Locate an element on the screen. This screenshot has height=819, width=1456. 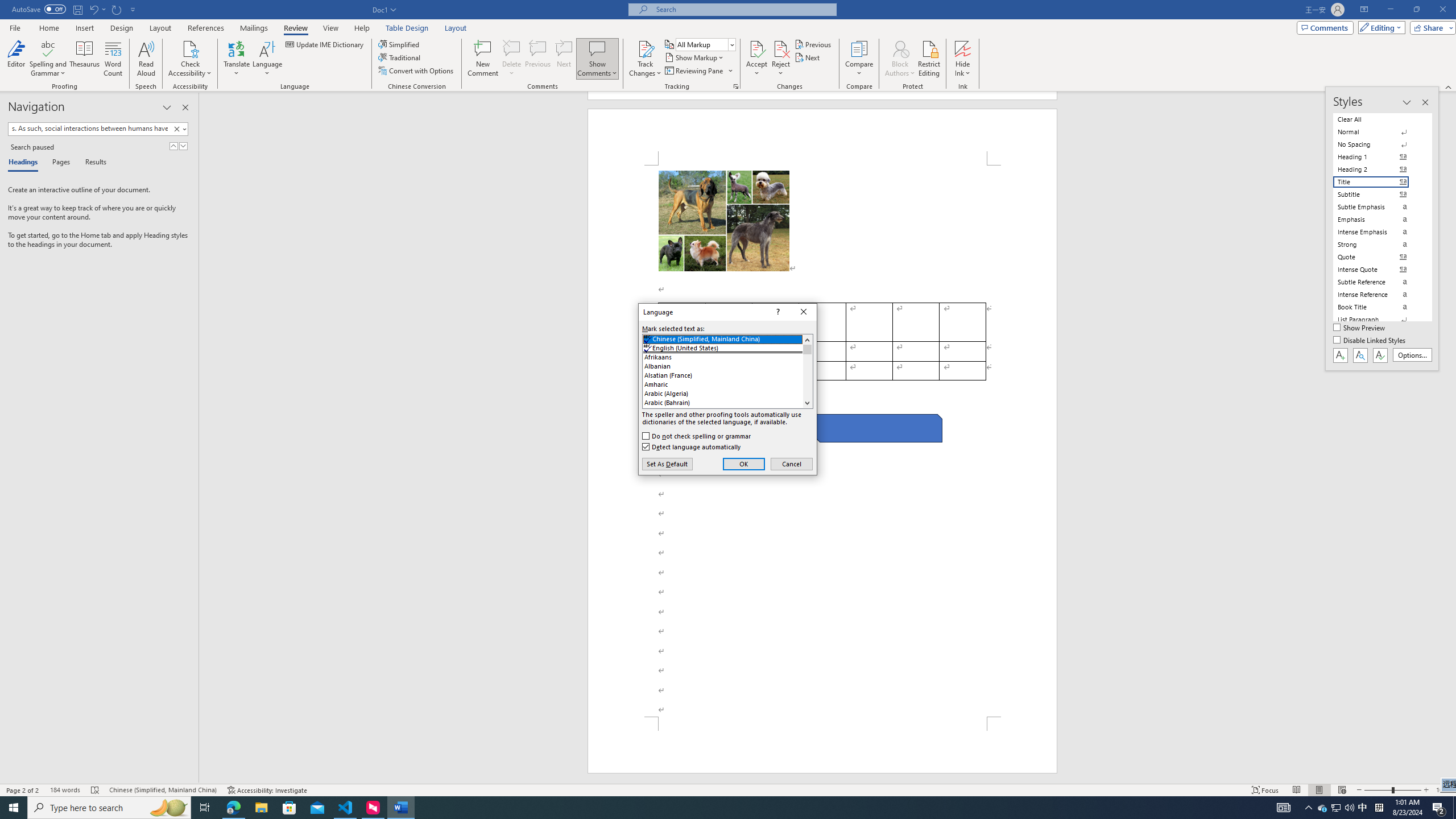
'Previous Result' is located at coordinates (173, 146).